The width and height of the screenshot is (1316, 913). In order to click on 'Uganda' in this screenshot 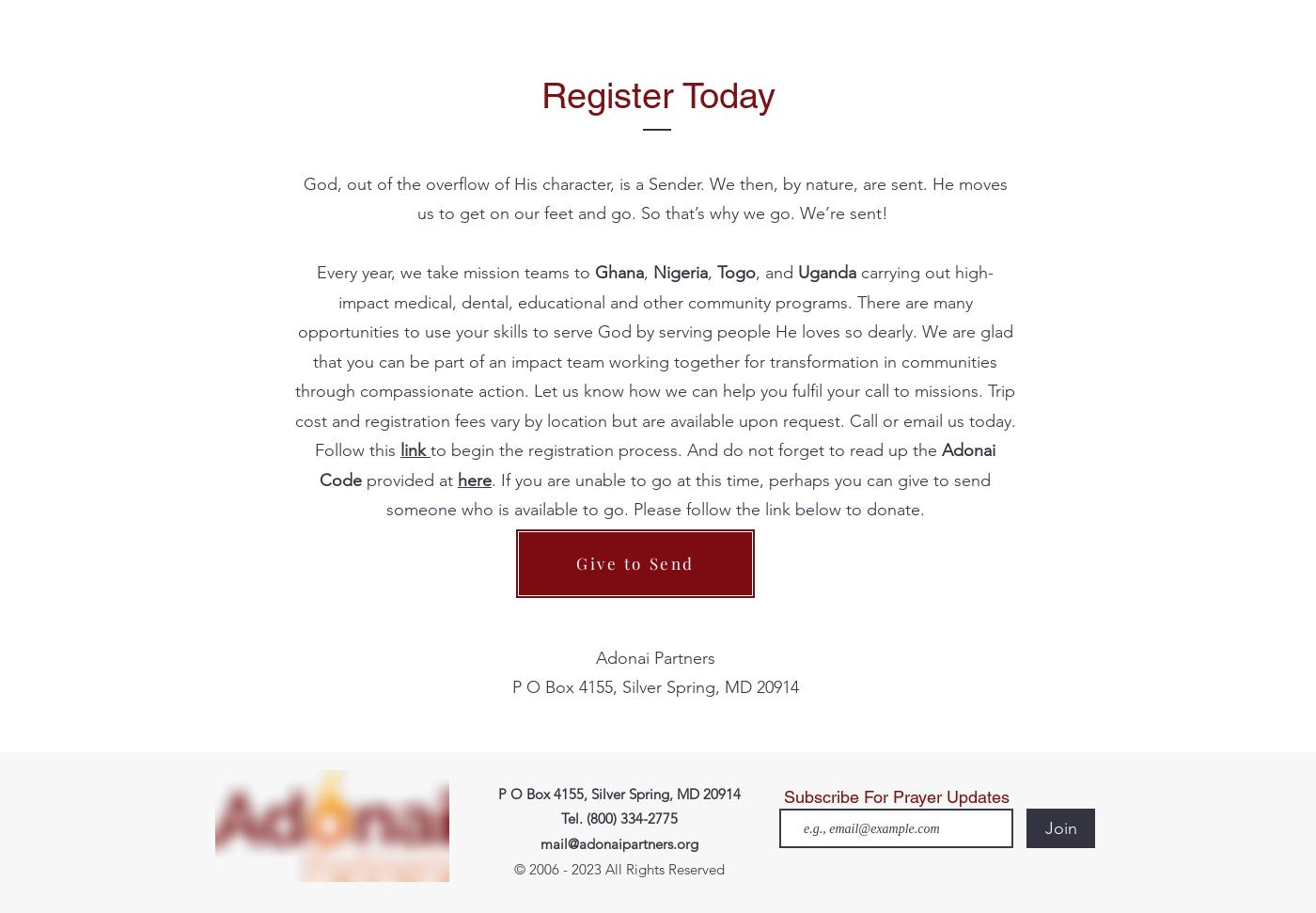, I will do `click(827, 272)`.